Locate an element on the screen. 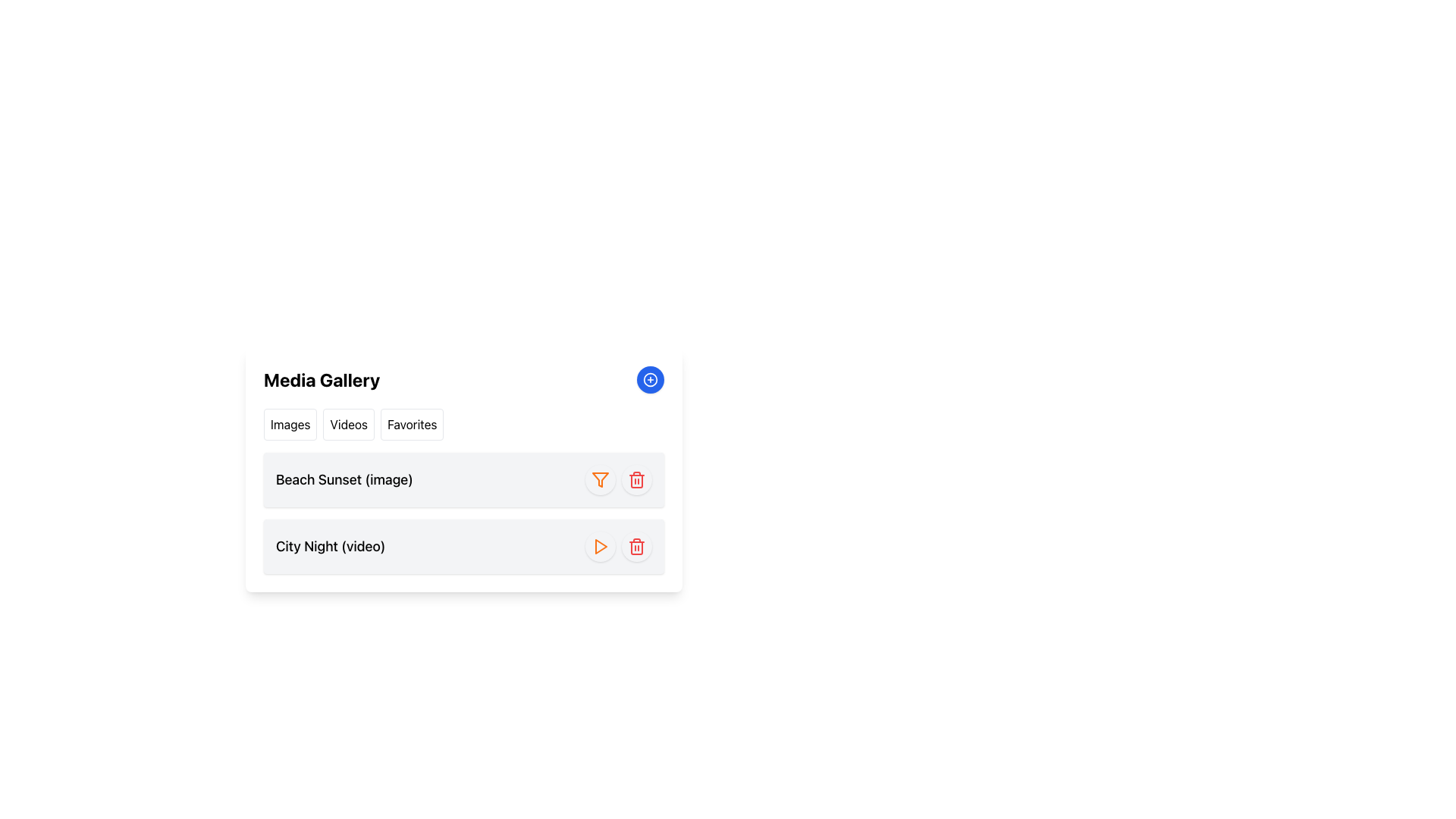 This screenshot has height=819, width=1456. the 'Videos' button is located at coordinates (348, 424).